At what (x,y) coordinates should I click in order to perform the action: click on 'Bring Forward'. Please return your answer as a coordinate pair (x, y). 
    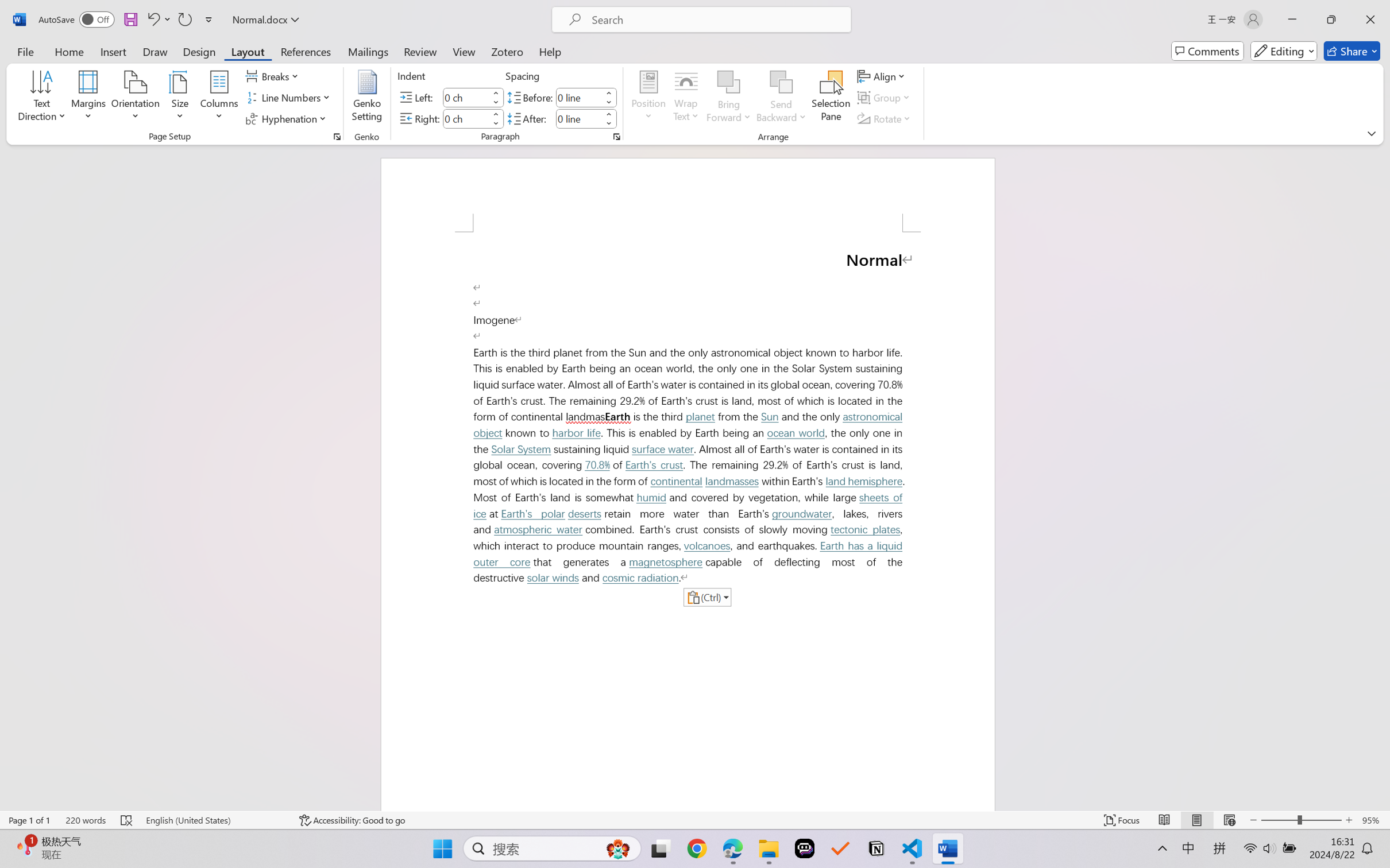
    Looking at the image, I should click on (729, 98).